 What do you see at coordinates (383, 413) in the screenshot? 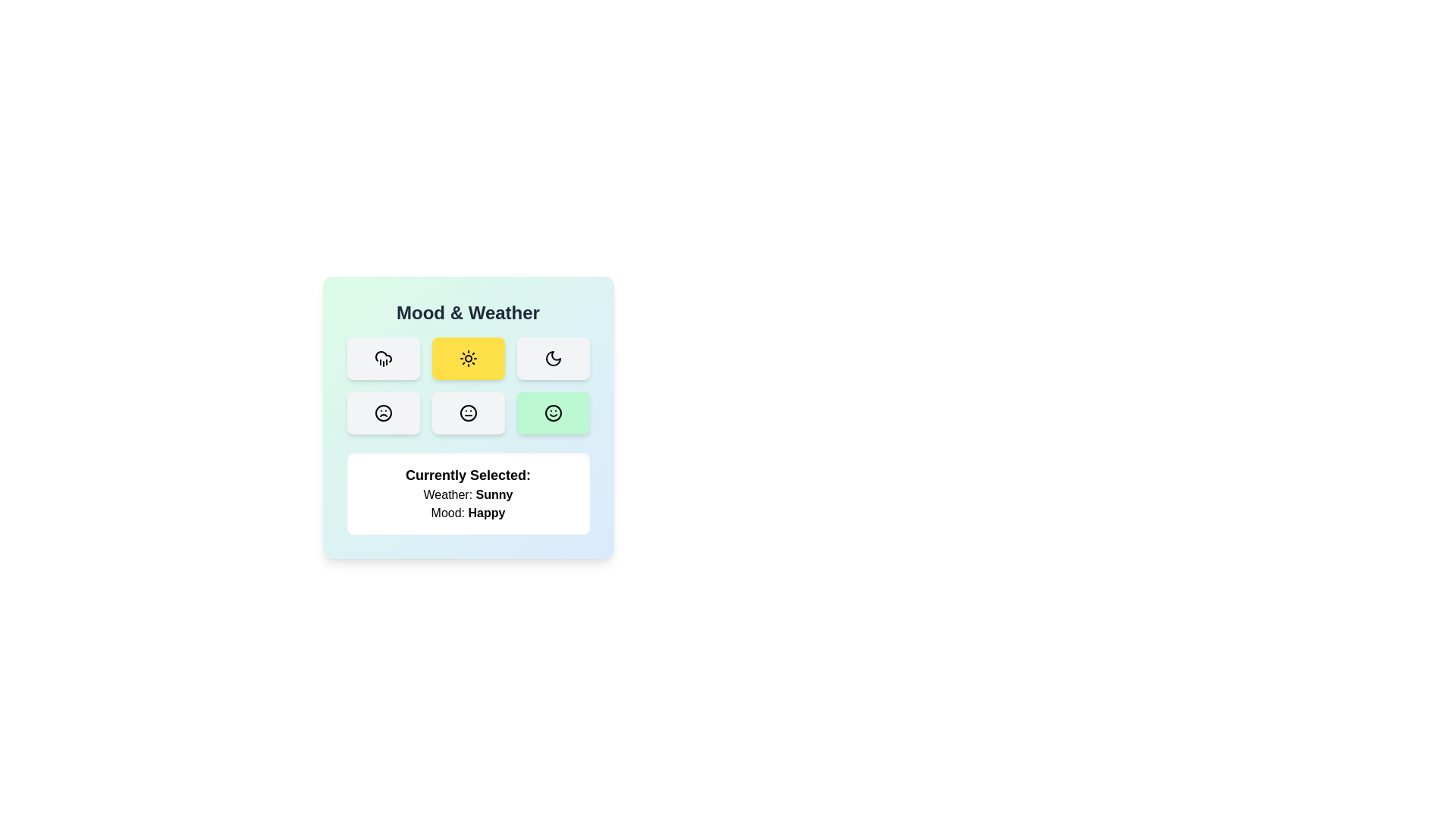
I see `the first button in the second row of a 3x2 grid layout, which has a gray background, black outline, and features a frowning face icon` at bounding box center [383, 413].